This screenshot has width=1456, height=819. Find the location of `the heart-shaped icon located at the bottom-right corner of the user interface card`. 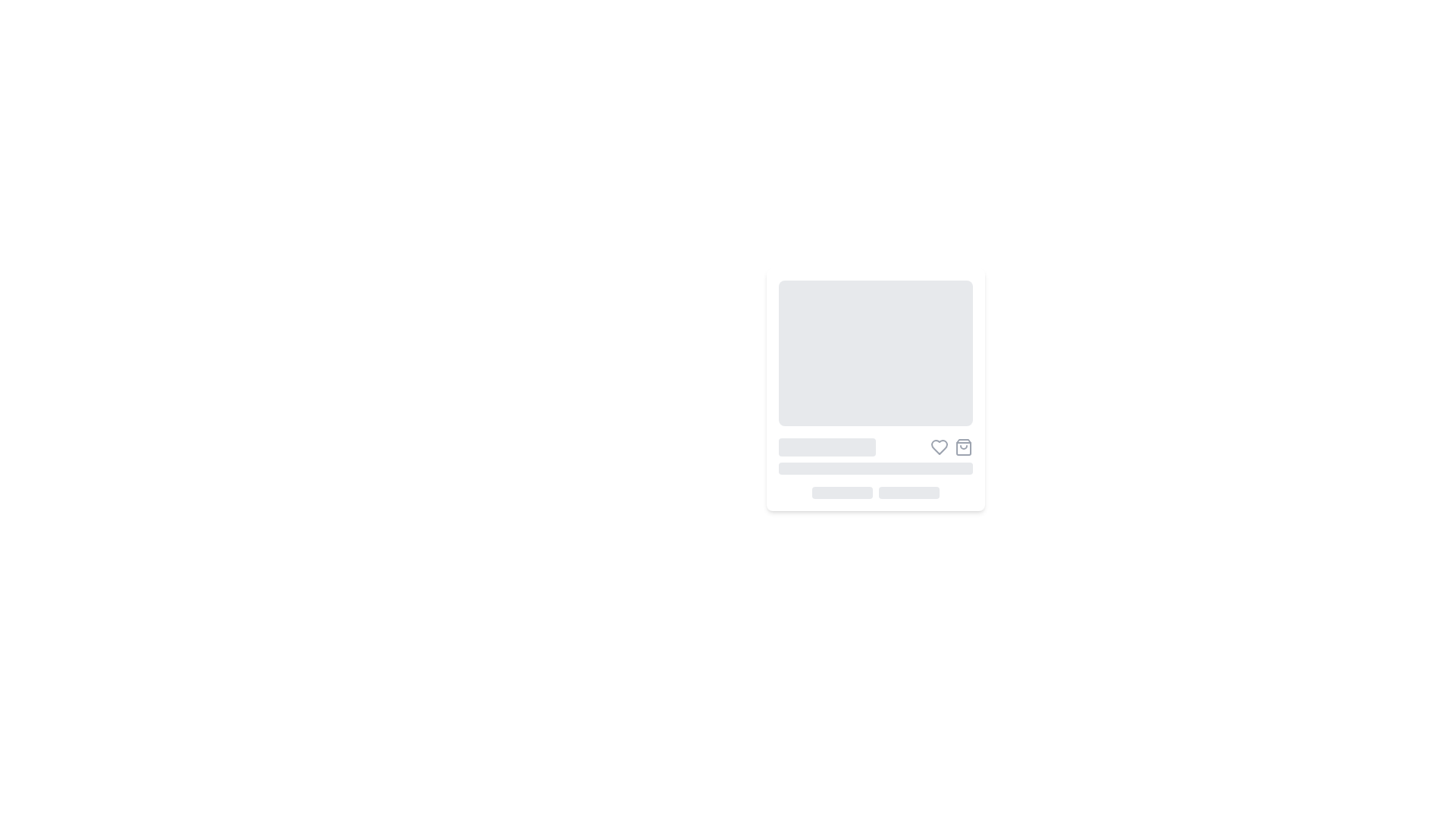

the heart-shaped icon located at the bottom-right corner of the user interface card is located at coordinates (938, 447).